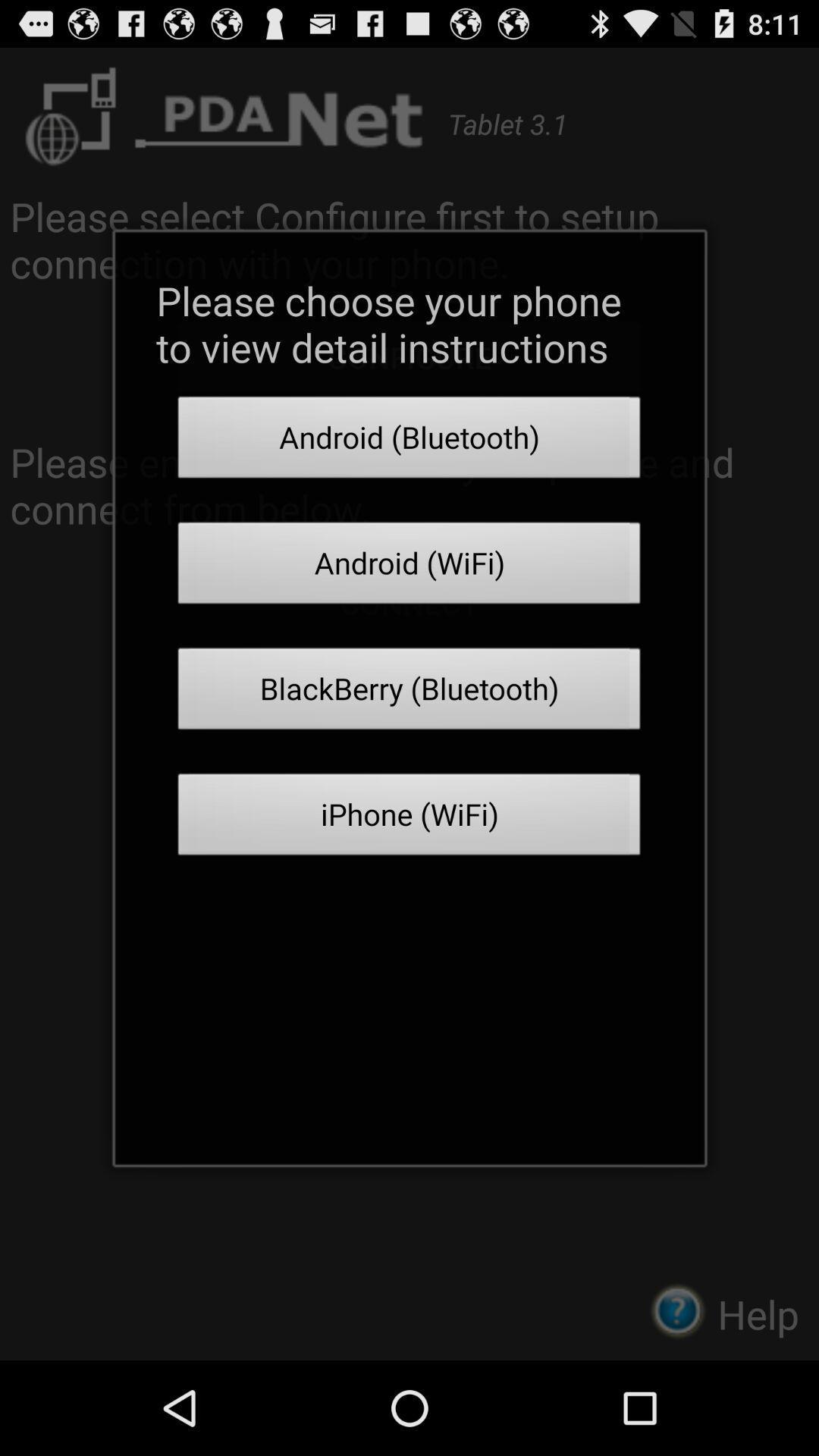  What do you see at coordinates (409, 441) in the screenshot?
I see `the android (bluetooth)` at bounding box center [409, 441].